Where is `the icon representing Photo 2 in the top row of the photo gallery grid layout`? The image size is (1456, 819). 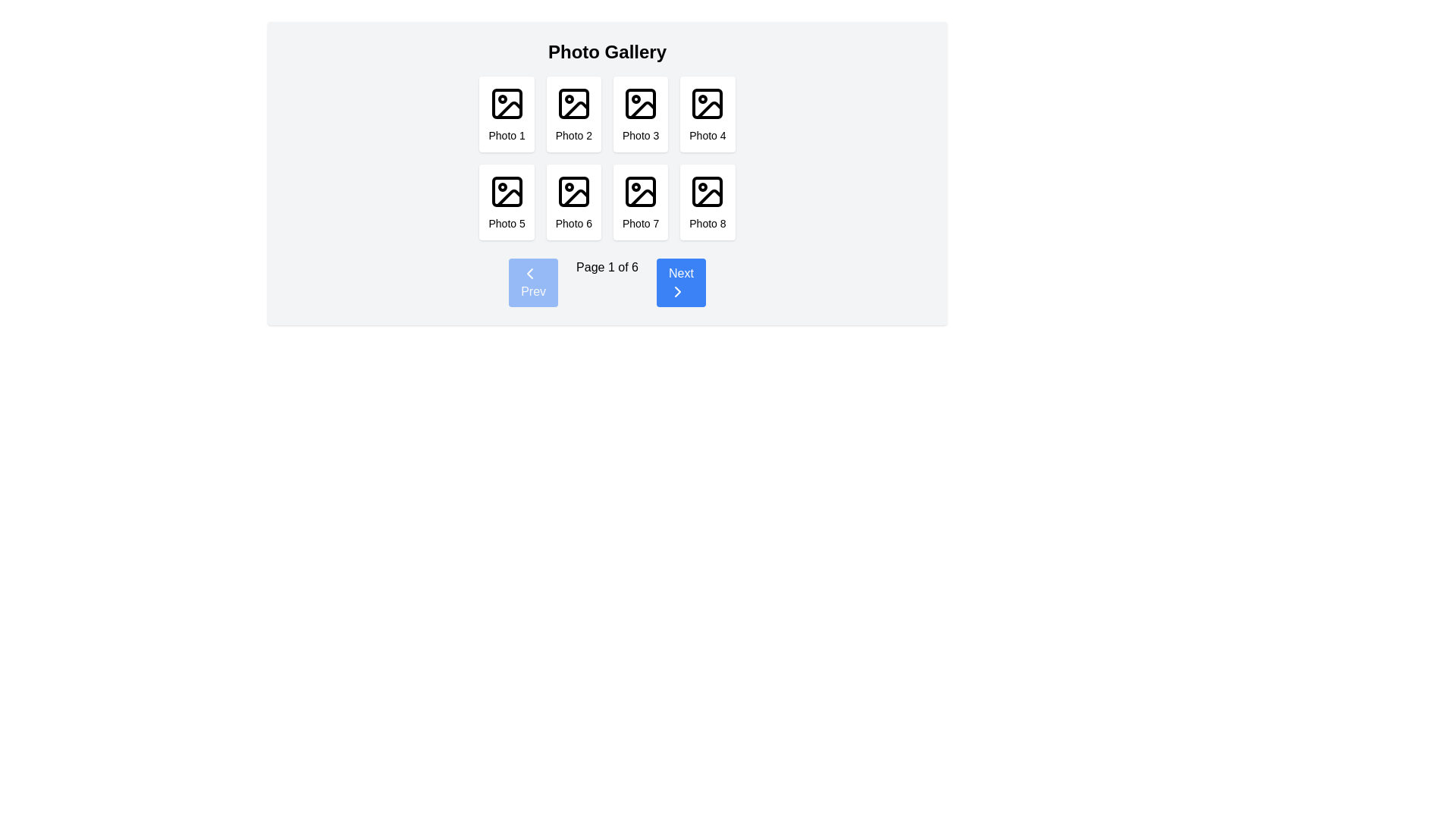 the icon representing Photo 2 in the top row of the photo gallery grid layout is located at coordinates (573, 103).